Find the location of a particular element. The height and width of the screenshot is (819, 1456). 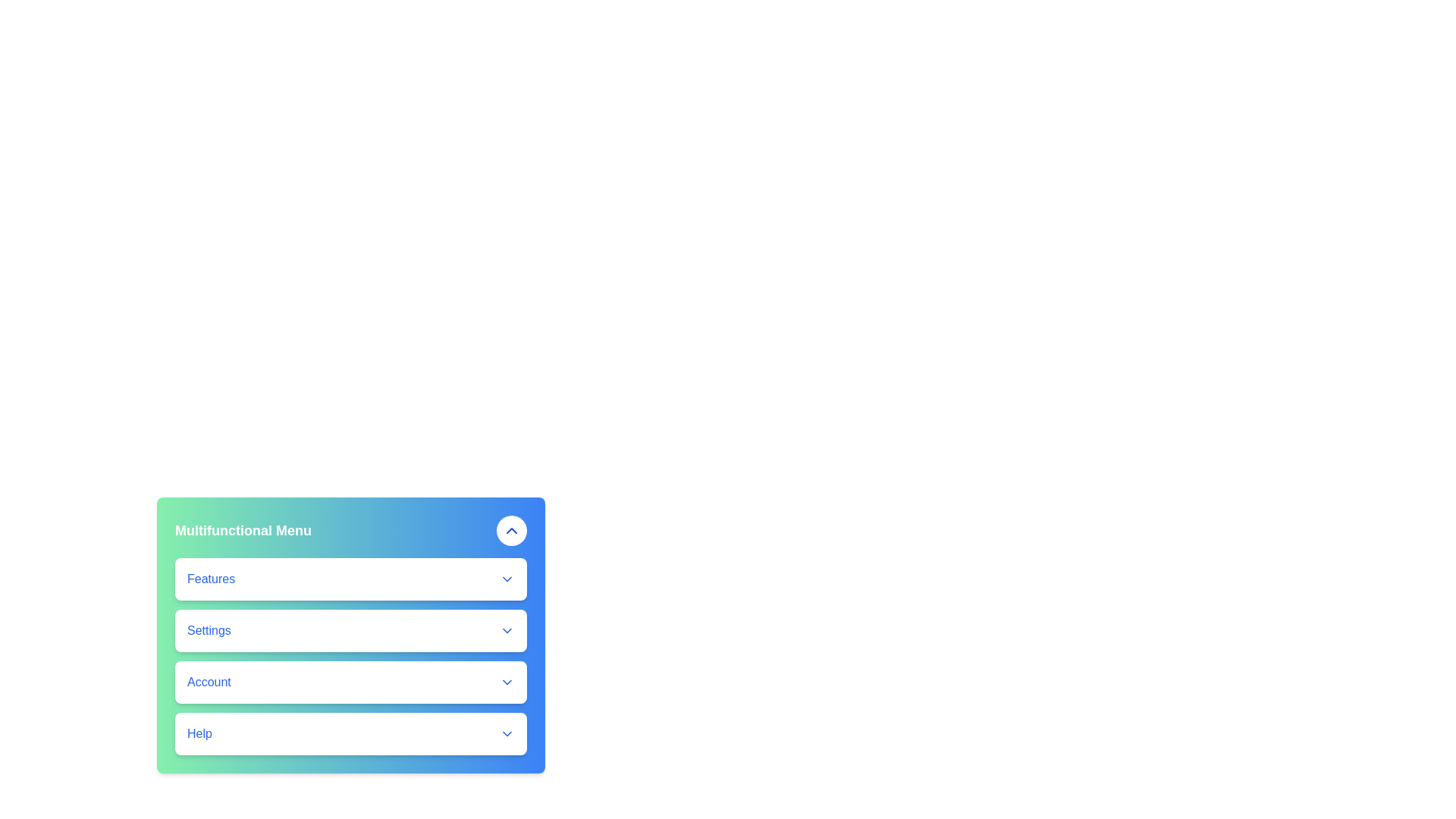

the 'Settings' text label, which is displayed in blue on a white background with rounded corners, positioned between 'Features' and 'Account' is located at coordinates (208, 631).